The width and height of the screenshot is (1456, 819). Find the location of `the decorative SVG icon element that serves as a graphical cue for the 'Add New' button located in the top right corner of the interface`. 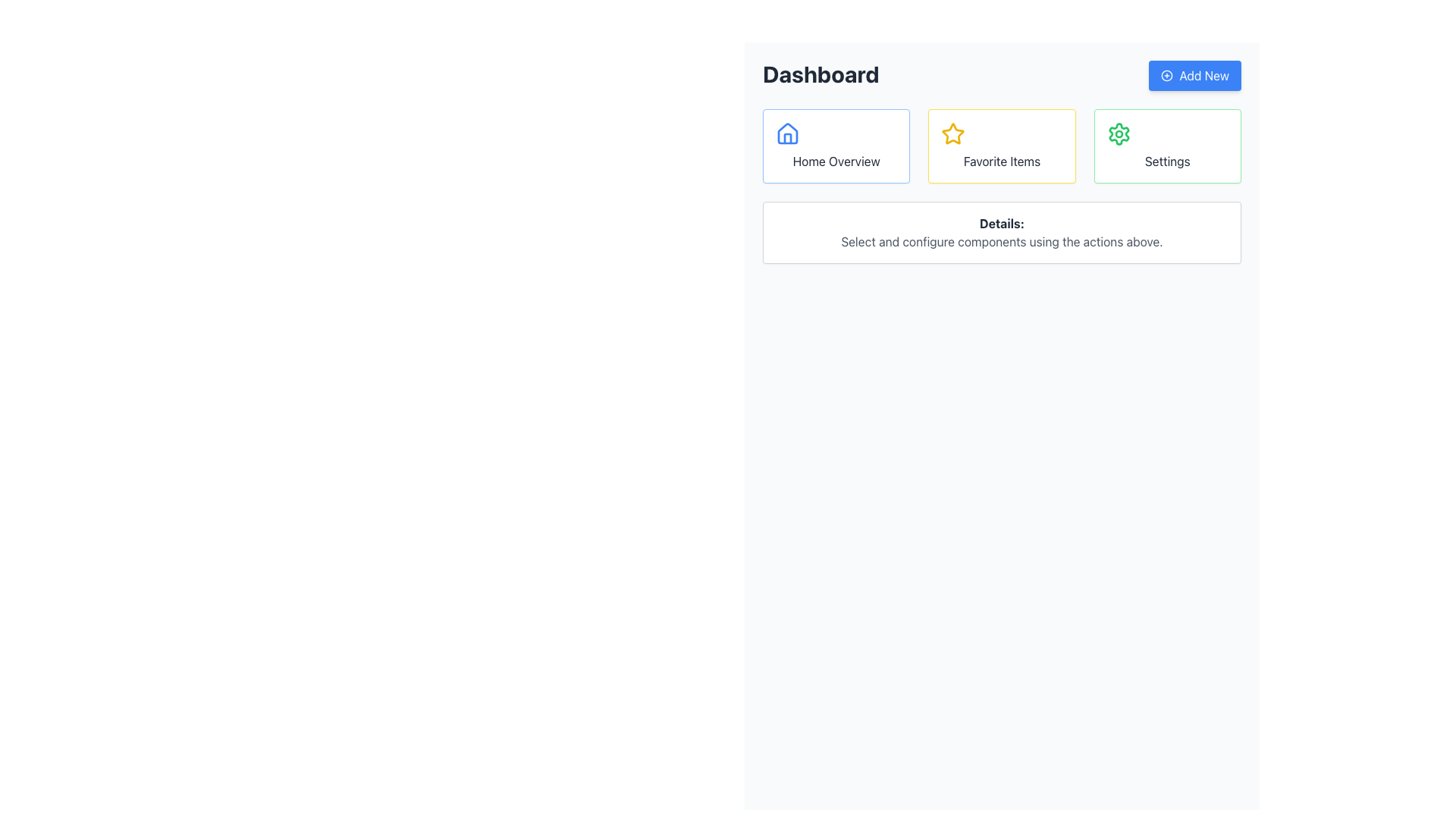

the decorative SVG icon element that serves as a graphical cue for the 'Add New' button located in the top right corner of the interface is located at coordinates (1166, 76).